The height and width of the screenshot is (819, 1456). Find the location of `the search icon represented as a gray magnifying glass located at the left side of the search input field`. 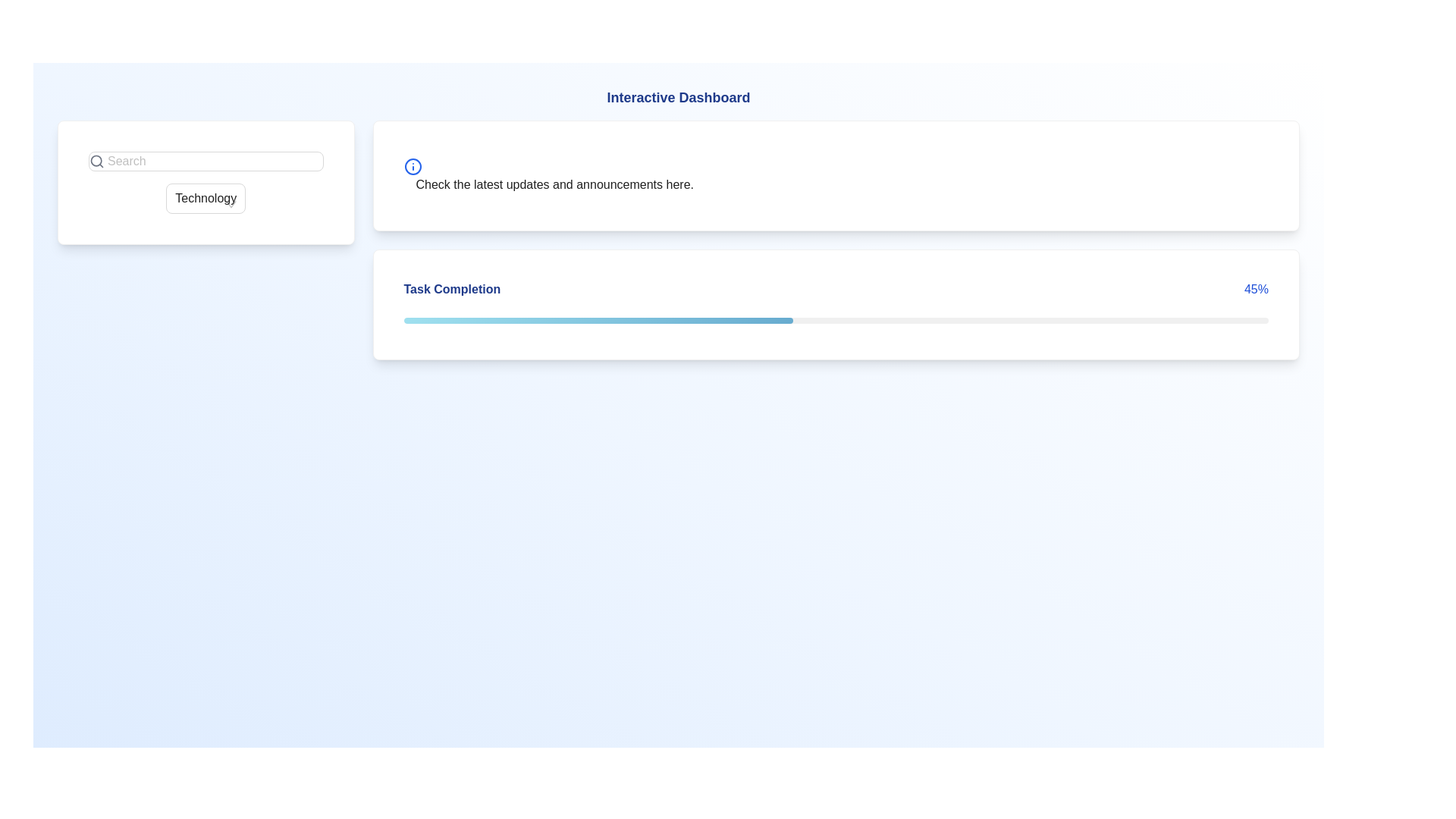

the search icon represented as a gray magnifying glass located at the left side of the search input field is located at coordinates (96, 161).